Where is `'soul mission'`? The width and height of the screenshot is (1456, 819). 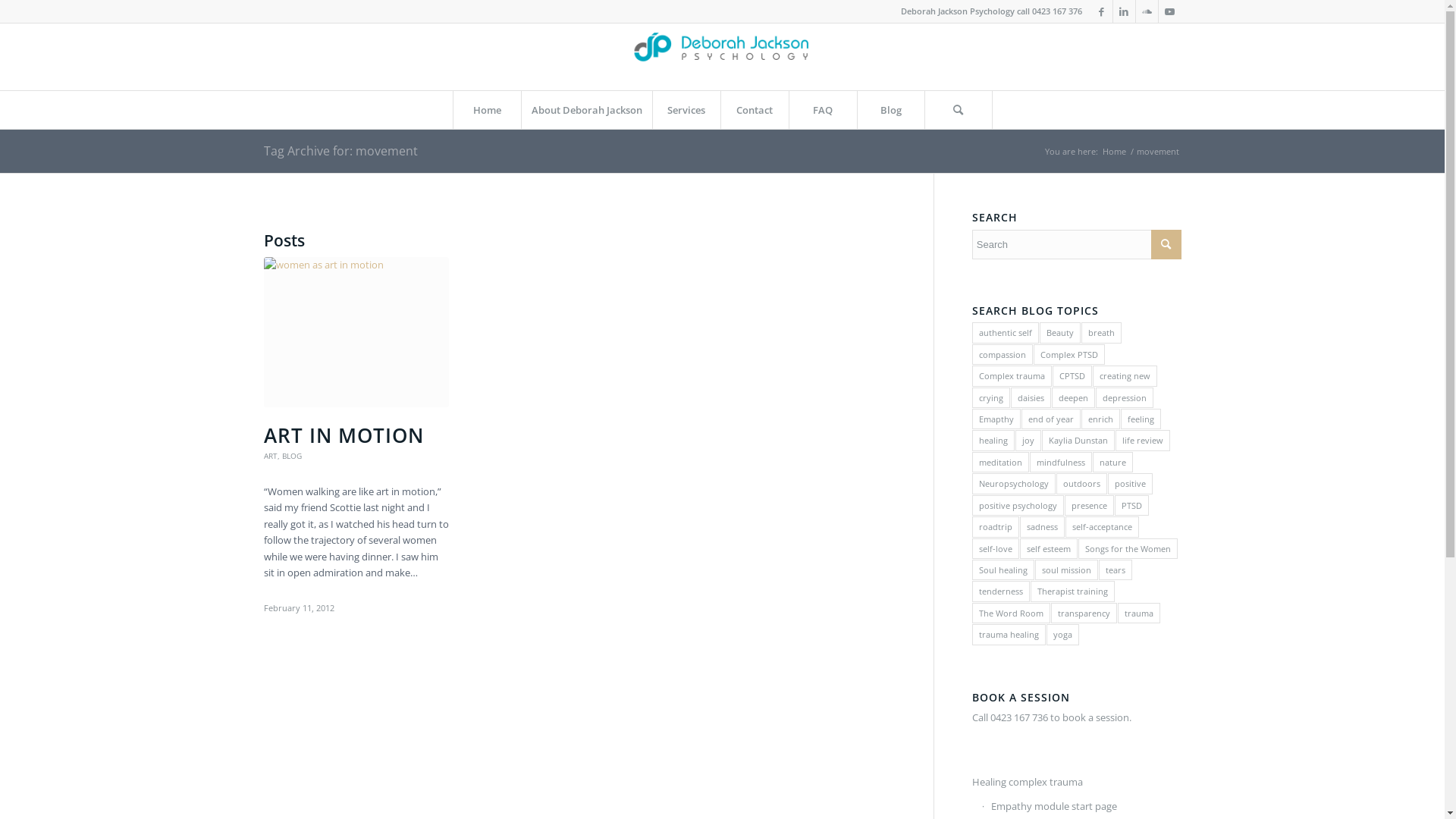 'soul mission' is located at coordinates (1065, 570).